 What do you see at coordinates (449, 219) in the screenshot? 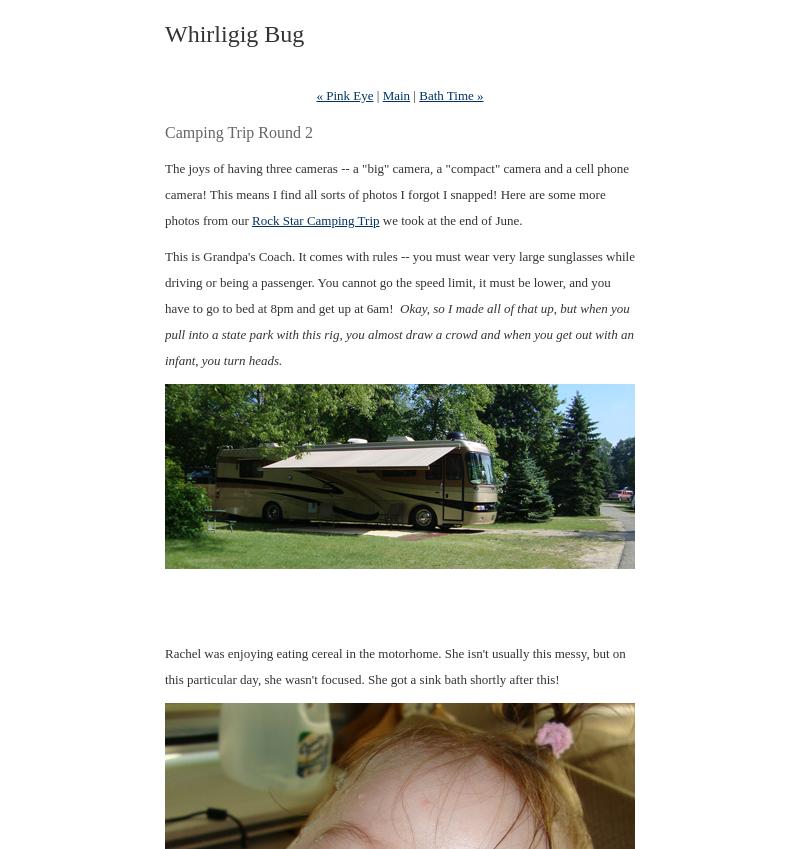
I see `'we took at the end of June.'` at bounding box center [449, 219].